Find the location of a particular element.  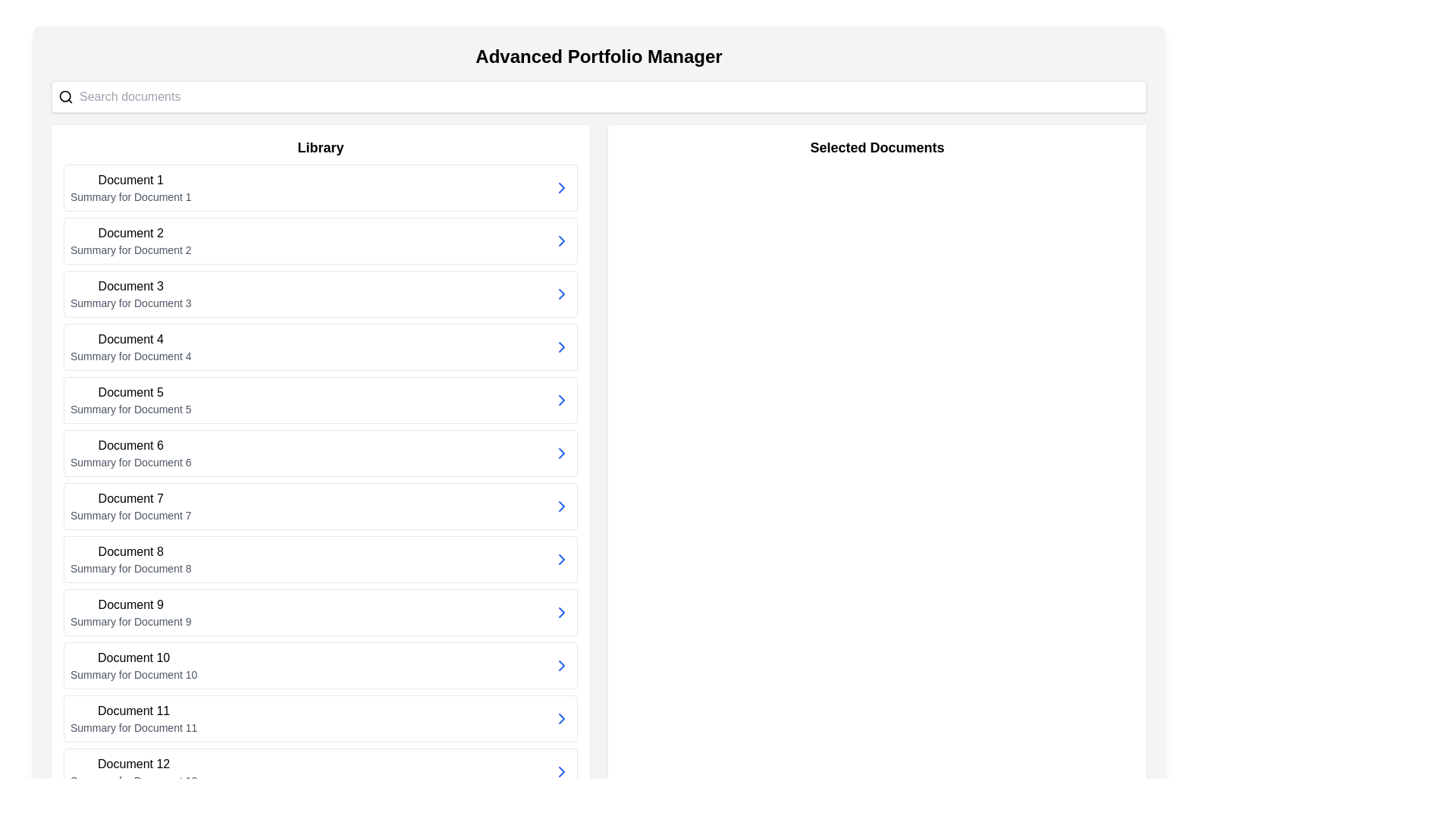

the fifth item in the Library section labeled 'Document 5' is located at coordinates (130, 400).